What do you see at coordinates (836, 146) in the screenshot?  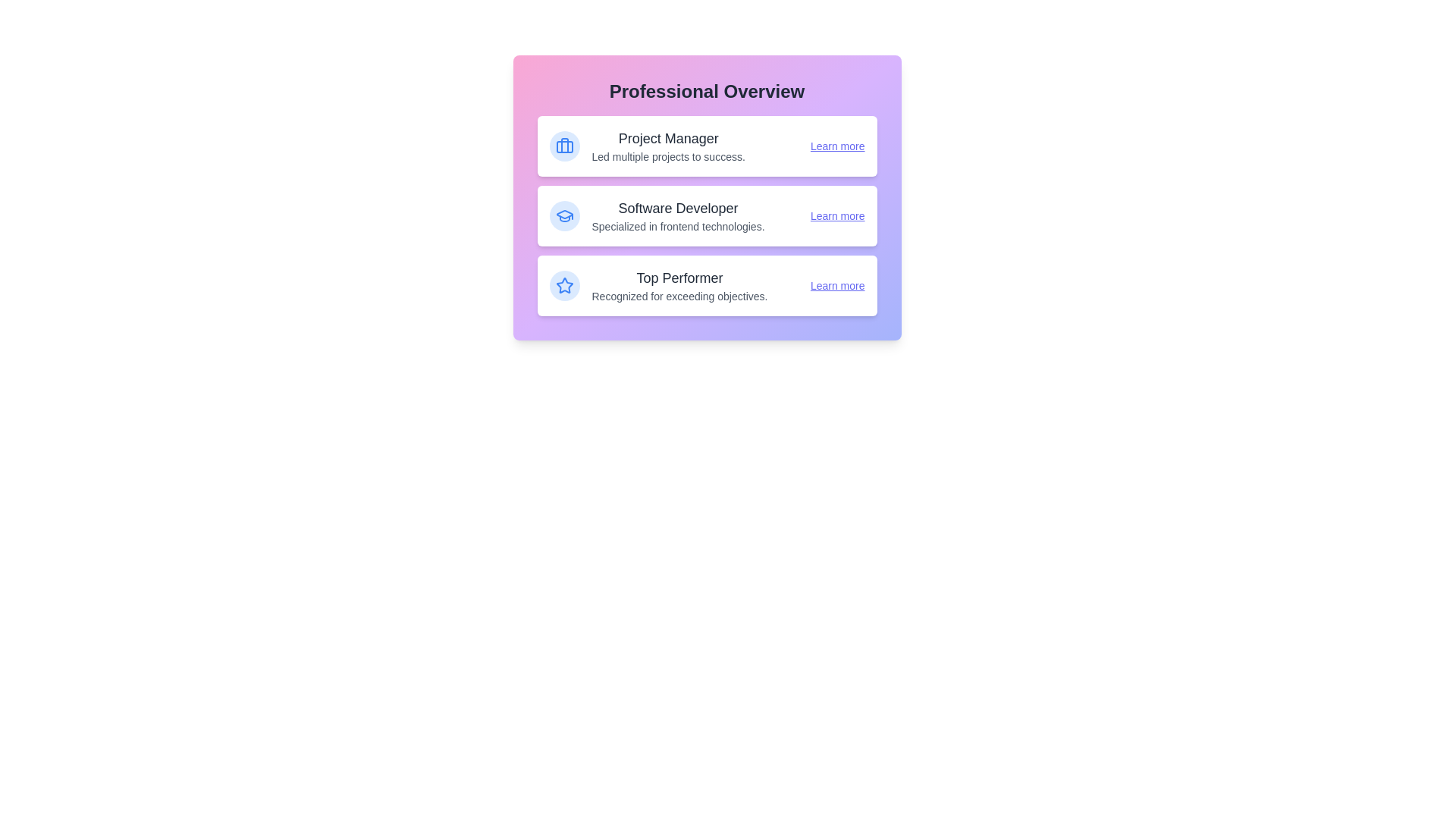 I see `the 'Learn more' link for the Project Manager profile` at bounding box center [836, 146].